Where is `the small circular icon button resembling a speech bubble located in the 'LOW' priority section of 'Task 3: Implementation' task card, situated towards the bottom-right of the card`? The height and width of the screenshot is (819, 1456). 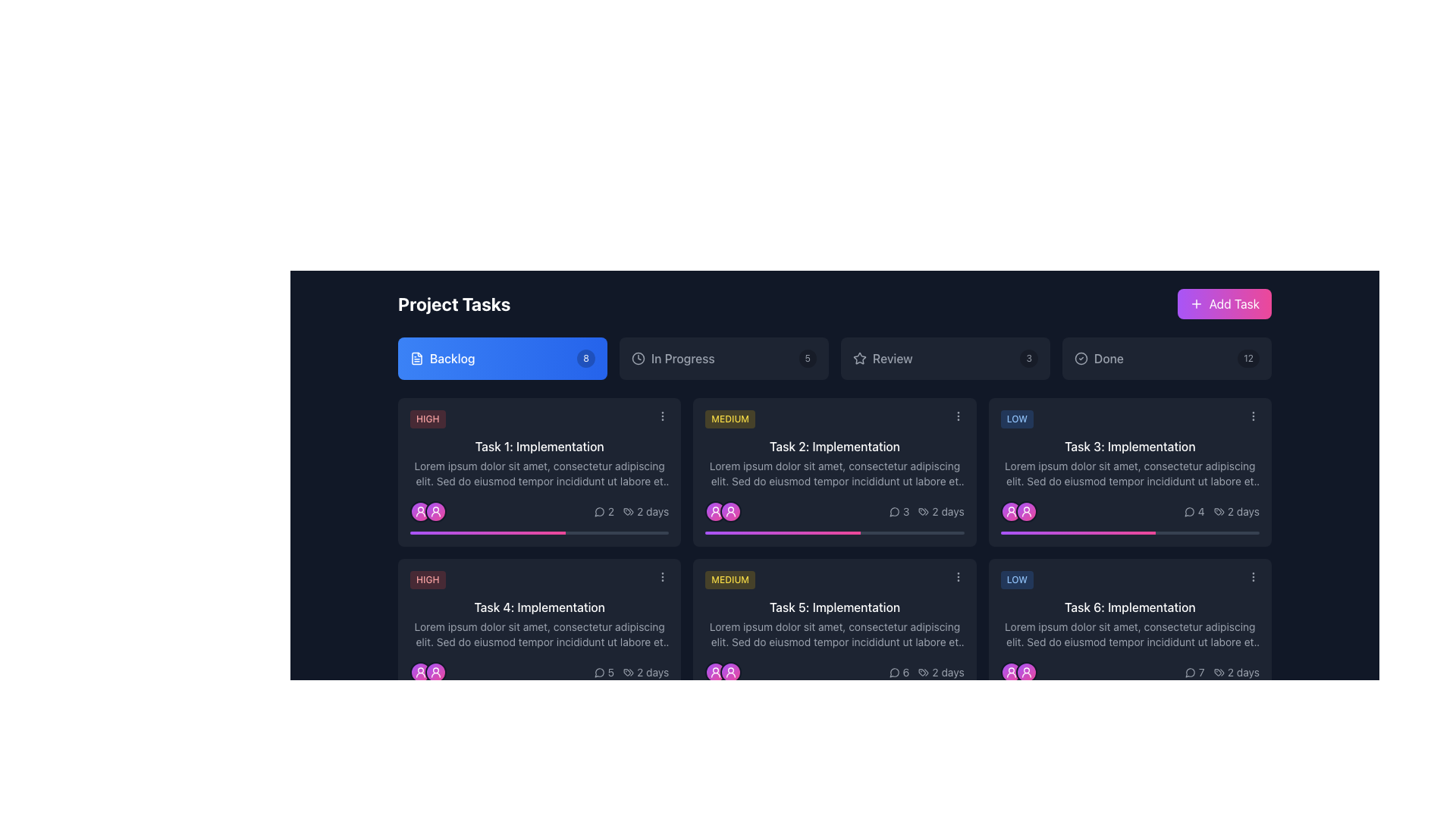
the small circular icon button resembling a speech bubble located in the 'LOW' priority section of 'Task 3: Implementation' task card, situated towards the bottom-right of the card is located at coordinates (1188, 512).